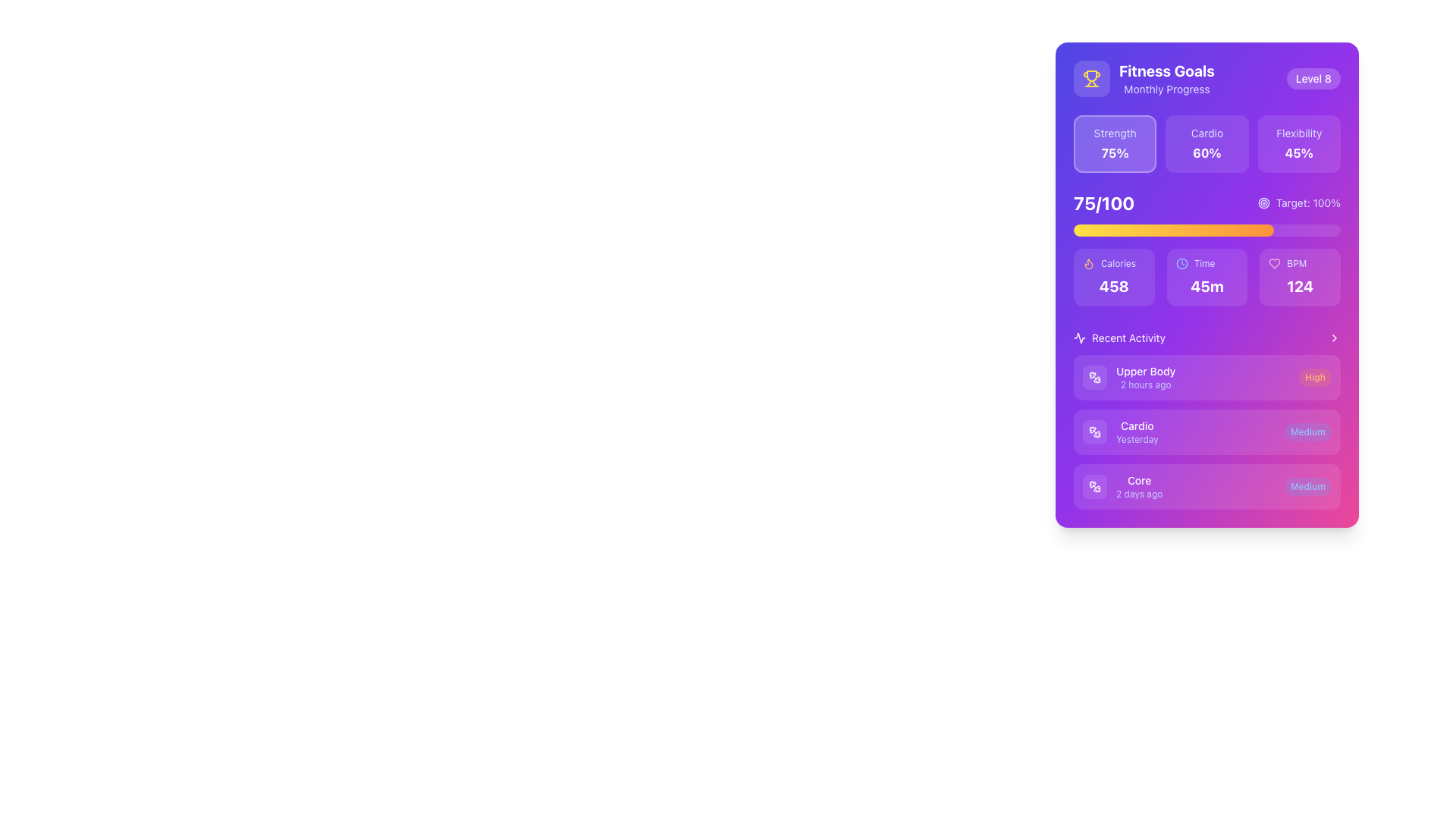  I want to click on the label describing the activity 'Core' with the timestamp '2 days ago', which is the third entry in the 'Recent Activity' section, located below 'Cardio' and above the 'Medium' importance button, so click(1139, 486).